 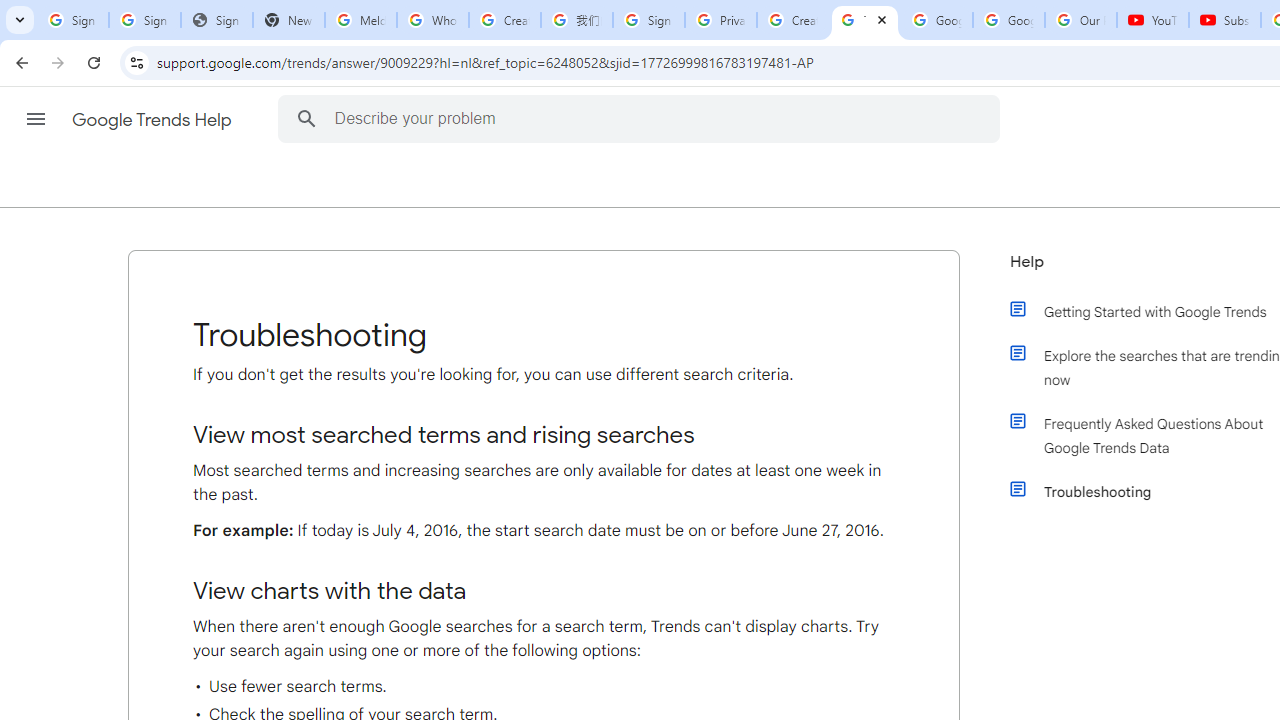 What do you see at coordinates (865, 20) in the screenshot?
I see `'Troubleshooting - Google Trends Help'` at bounding box center [865, 20].